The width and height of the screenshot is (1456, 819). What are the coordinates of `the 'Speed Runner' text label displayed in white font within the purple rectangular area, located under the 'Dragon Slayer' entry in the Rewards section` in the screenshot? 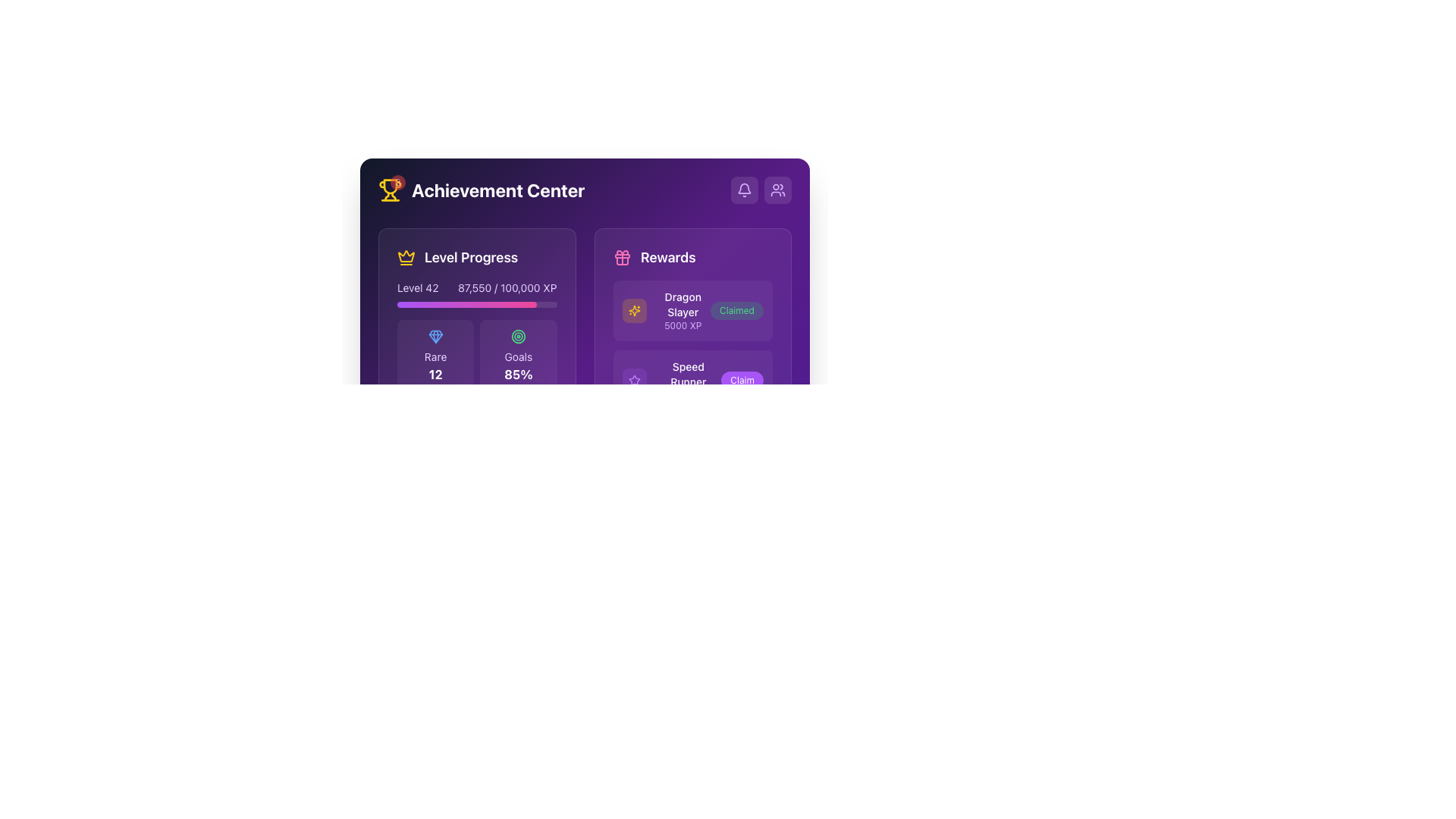 It's located at (687, 374).